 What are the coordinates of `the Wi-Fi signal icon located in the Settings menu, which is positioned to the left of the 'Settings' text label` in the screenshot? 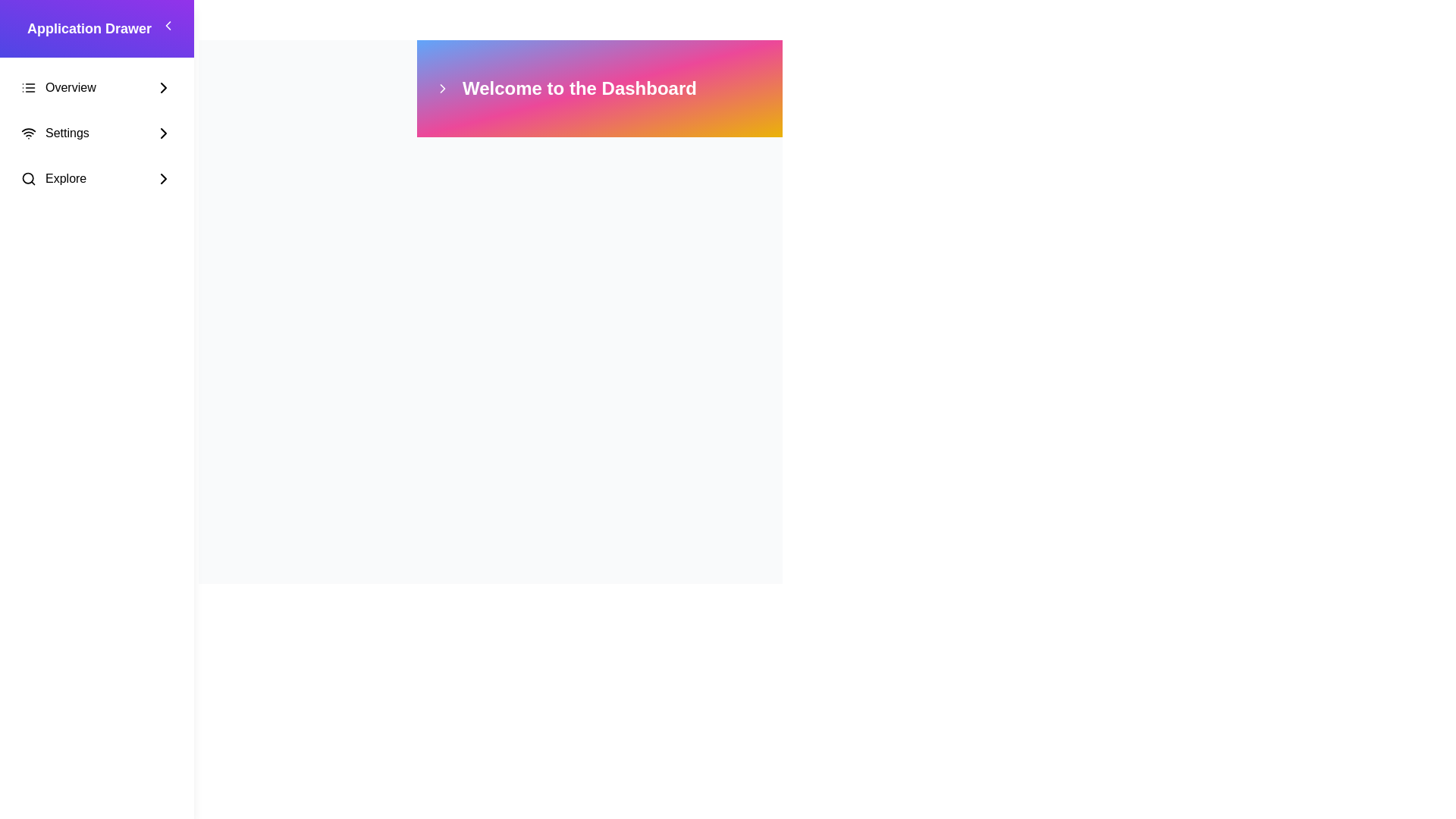 It's located at (29, 133).